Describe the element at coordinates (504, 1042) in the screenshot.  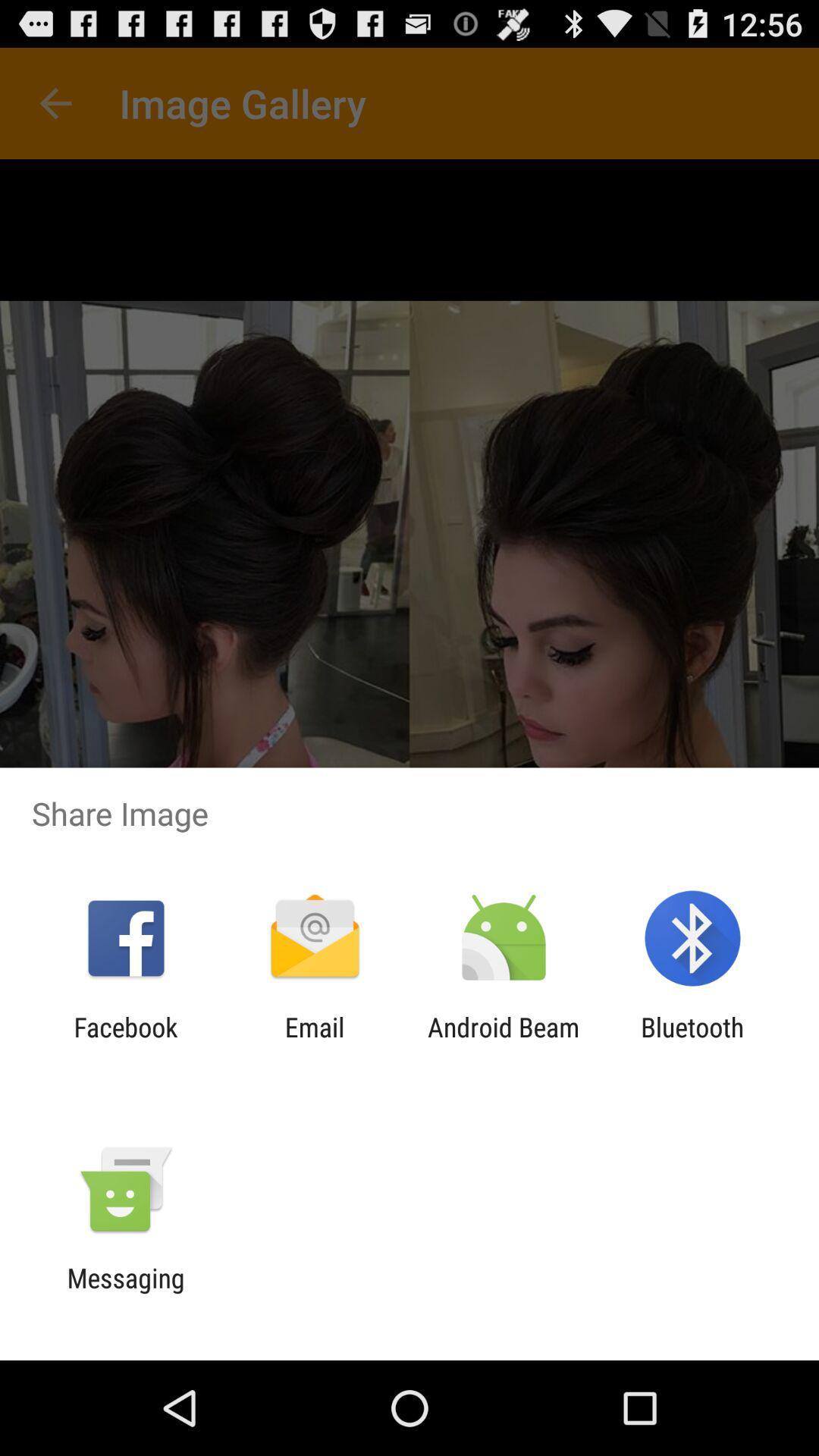
I see `the icon to the left of the bluetooth` at that location.